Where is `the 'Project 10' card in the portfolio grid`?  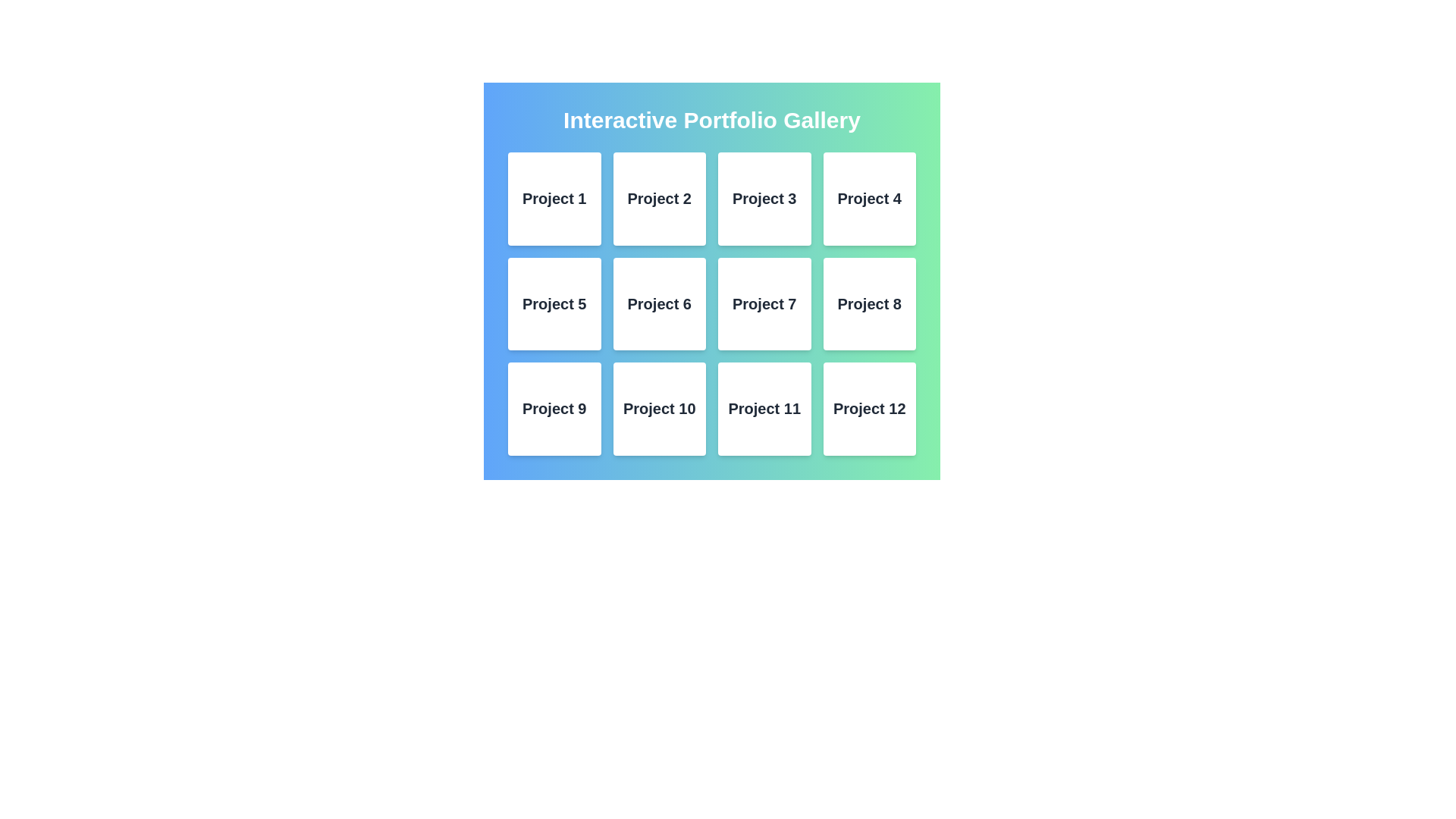
the 'Project 10' card in the portfolio grid is located at coordinates (659, 408).